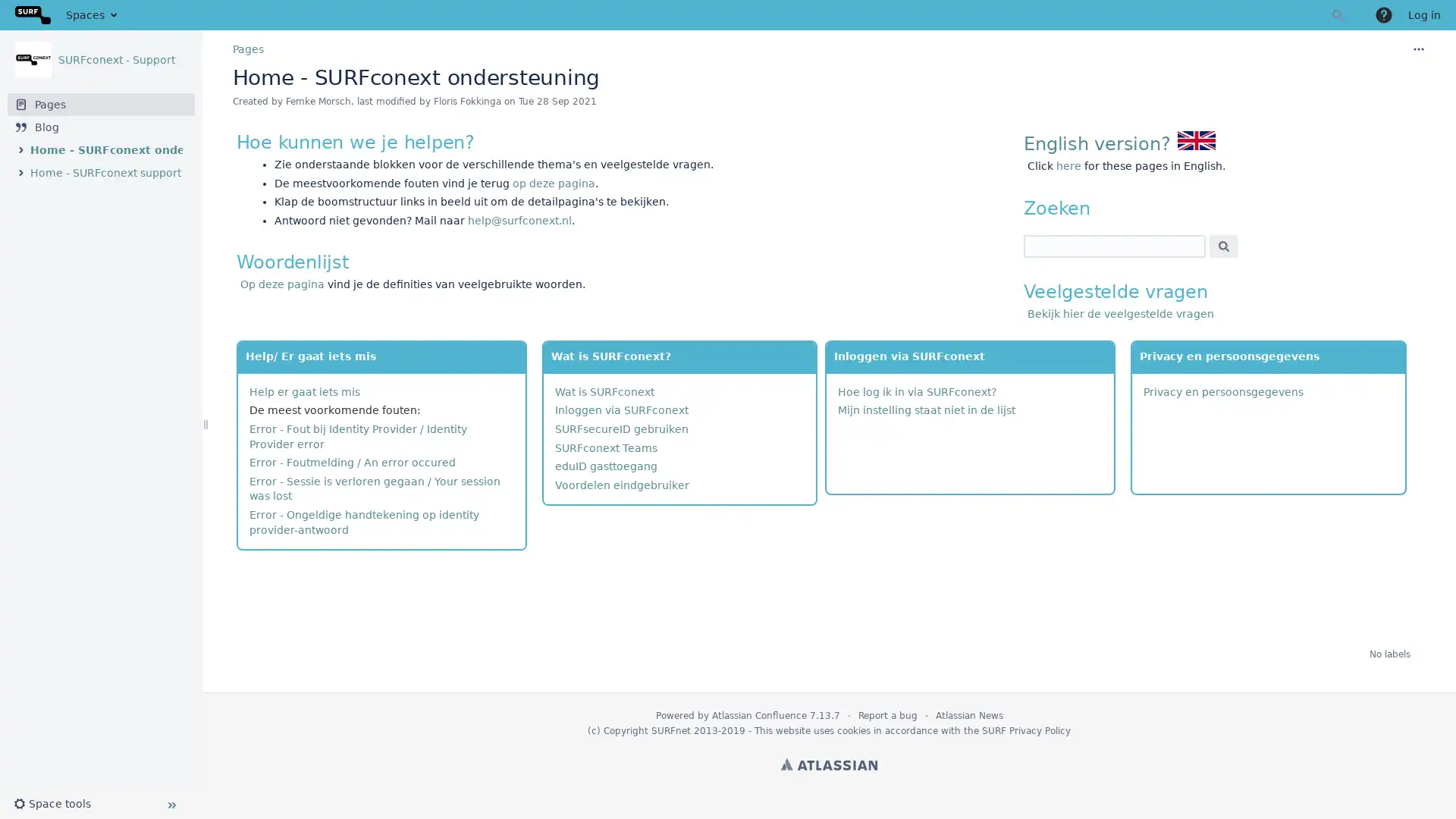 The height and width of the screenshot is (819, 1456). Describe the element at coordinates (171, 804) in the screenshot. I see `Collapse sidebar ( [ )` at that location.